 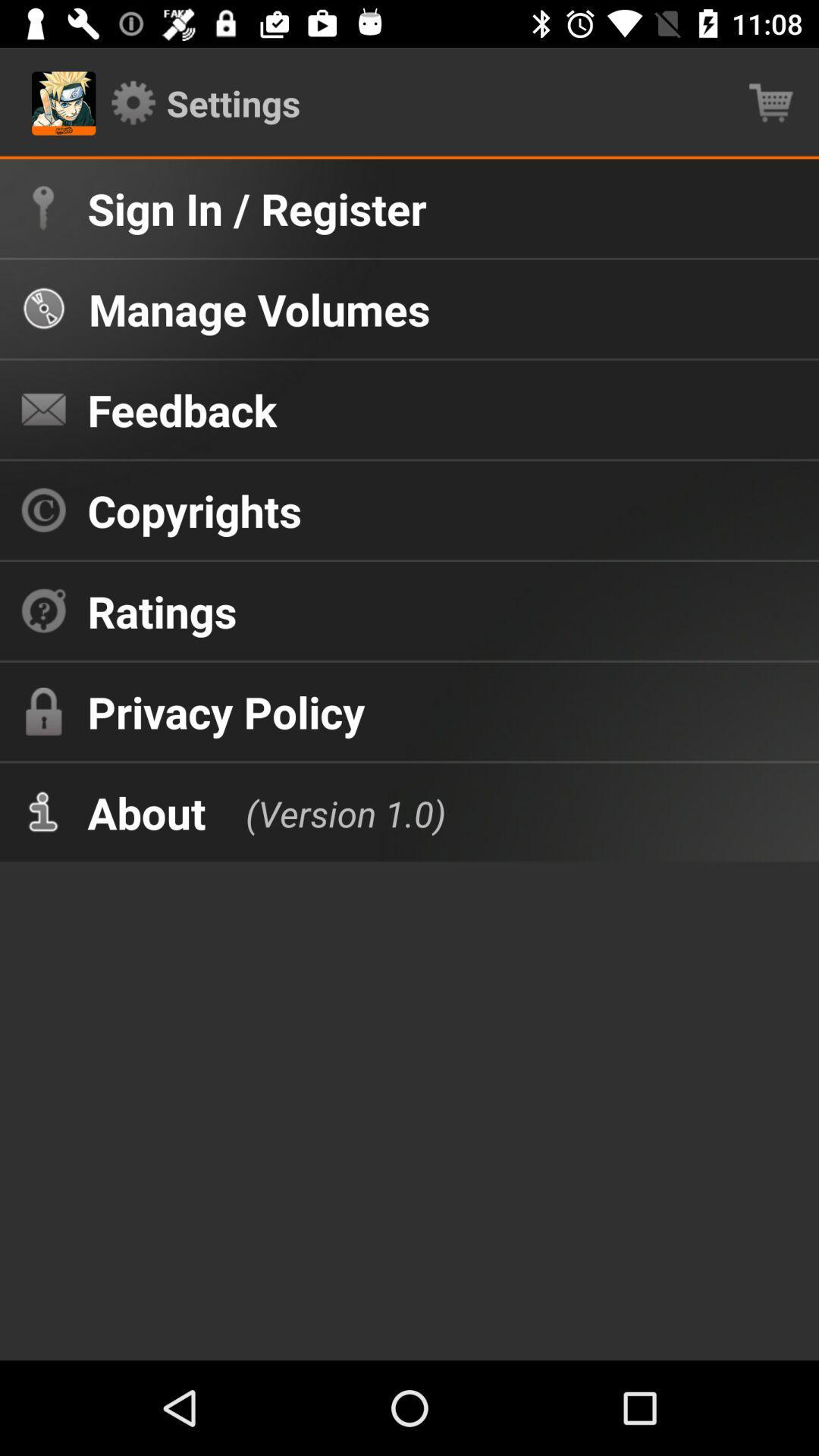 What do you see at coordinates (162, 610) in the screenshot?
I see `the icon below copyrights item` at bounding box center [162, 610].